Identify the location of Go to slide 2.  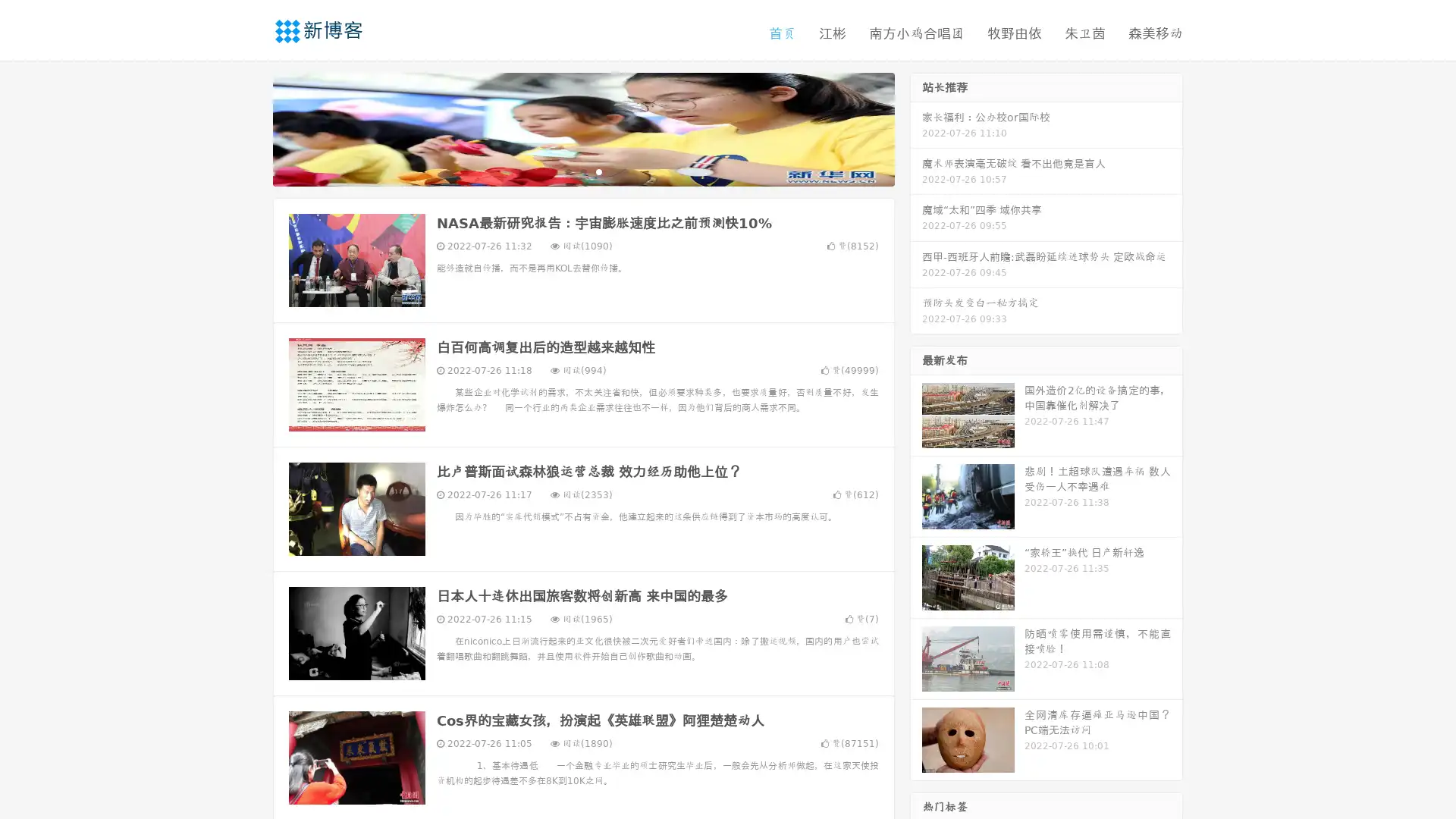
(582, 171).